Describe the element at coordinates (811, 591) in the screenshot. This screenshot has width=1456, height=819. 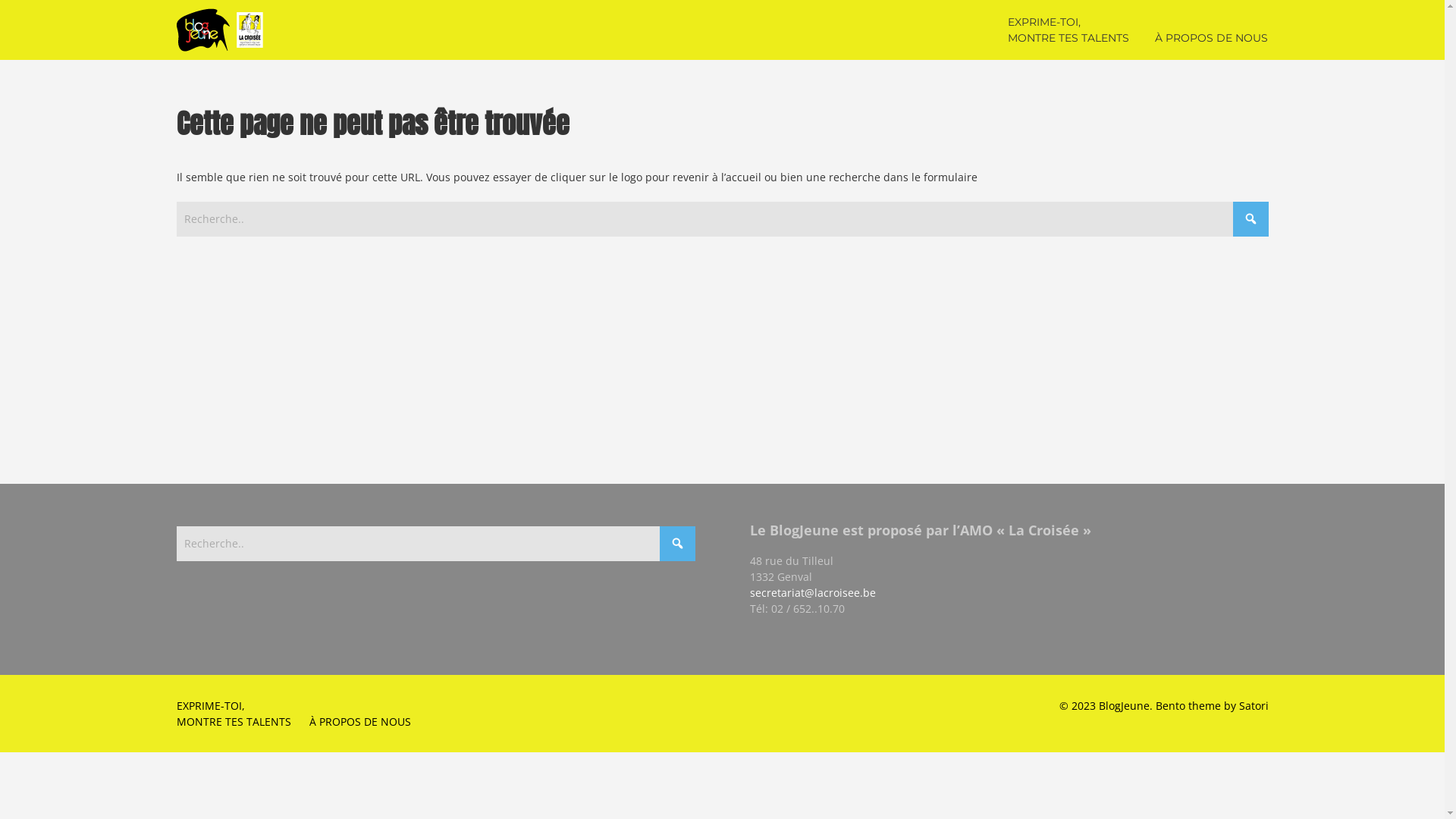
I see `'secretariat@lacroisee.be'` at that location.